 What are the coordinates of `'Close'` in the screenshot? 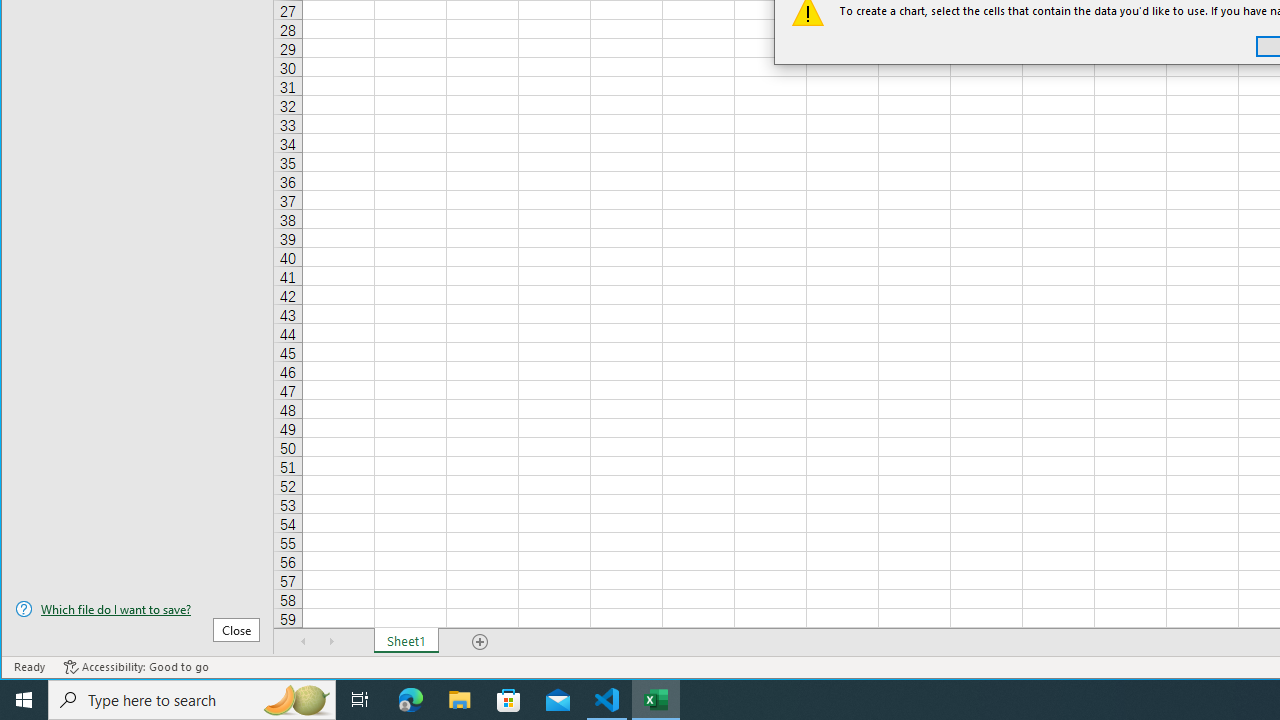 It's located at (236, 630).